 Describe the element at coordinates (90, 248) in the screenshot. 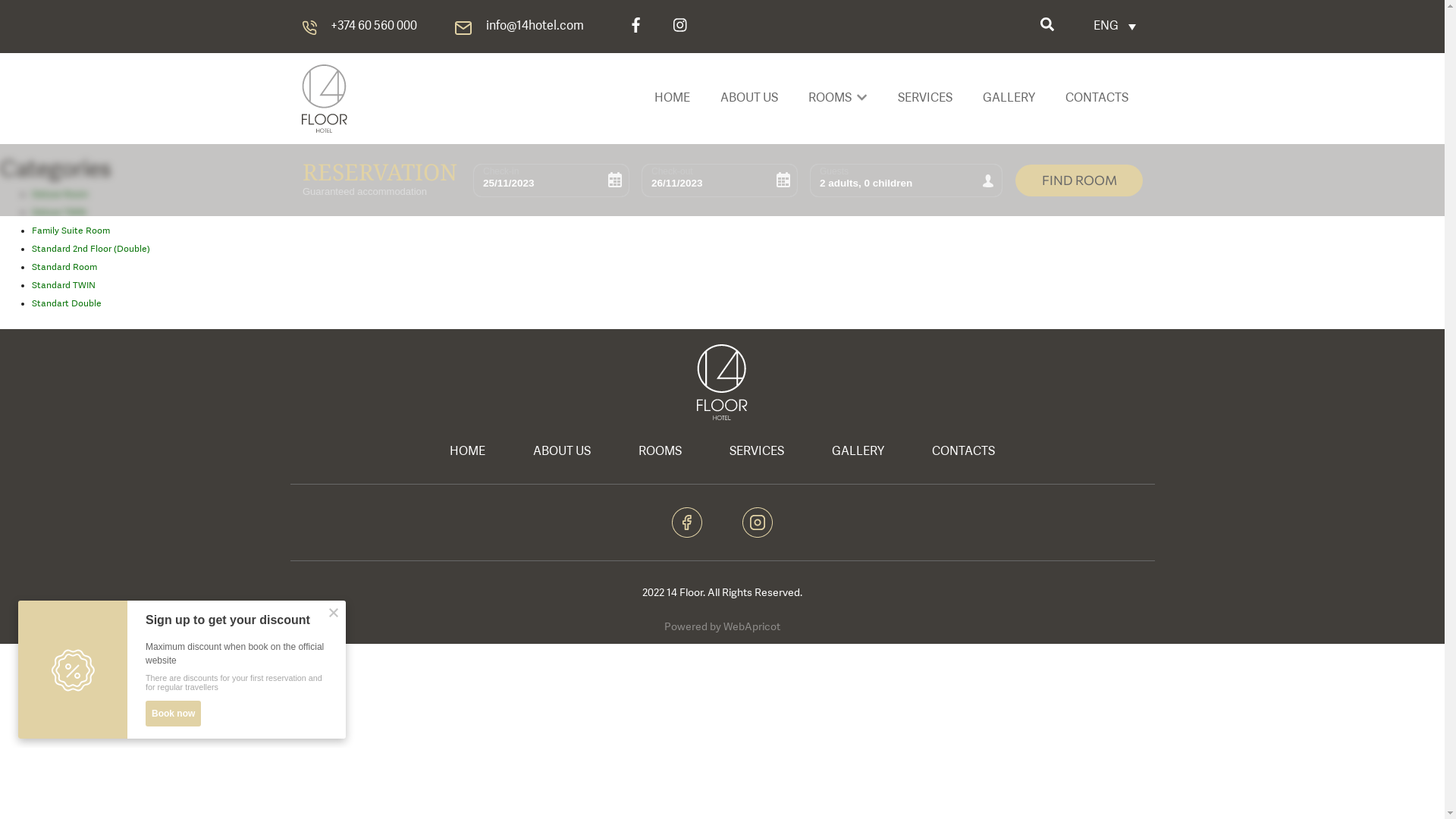

I see `'Standard 2nd Floor (Double)'` at that location.